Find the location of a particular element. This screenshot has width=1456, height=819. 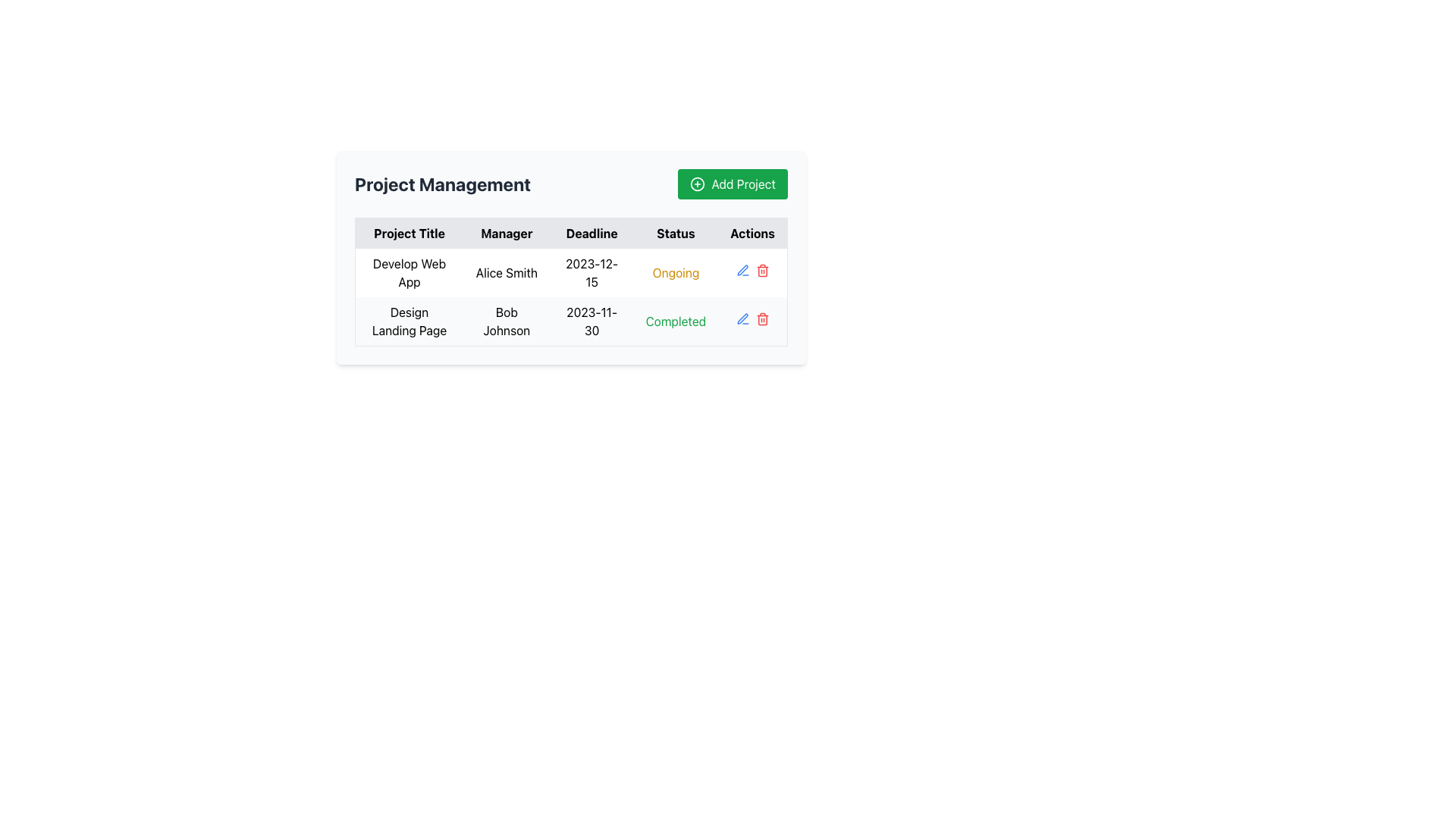

the 'Edit' icon located in the second row of the 'Actions' column in the 'Project Management' table to initiate editing for the relevant project details is located at coordinates (742, 269).